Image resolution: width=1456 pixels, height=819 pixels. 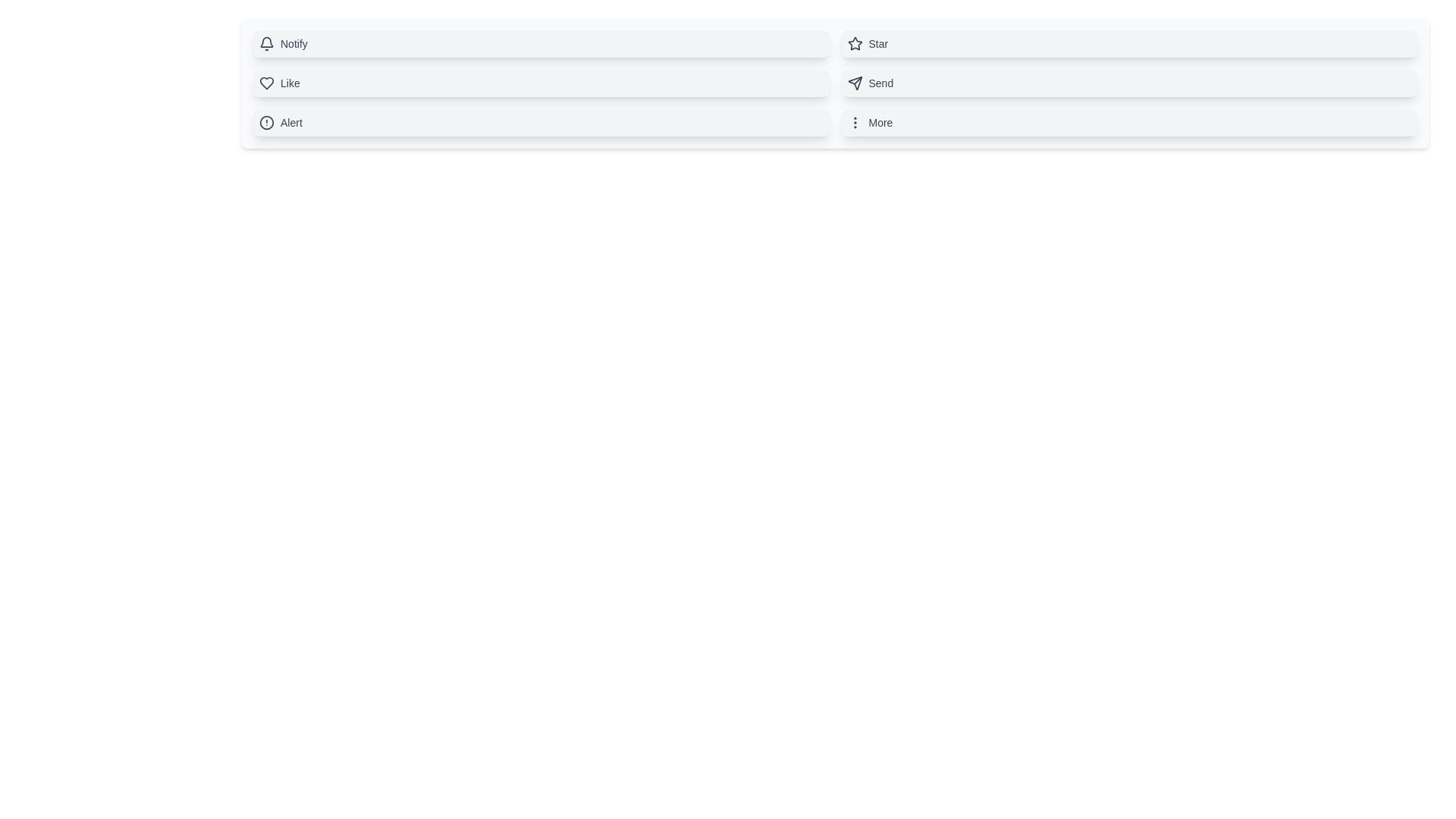 I want to click on the label that visually identifies the corresponding button, located slightly to the right of its sibling elements within a rounded rectangular button group aligned horizontally with the 'Send' icon, so click(x=880, y=83).